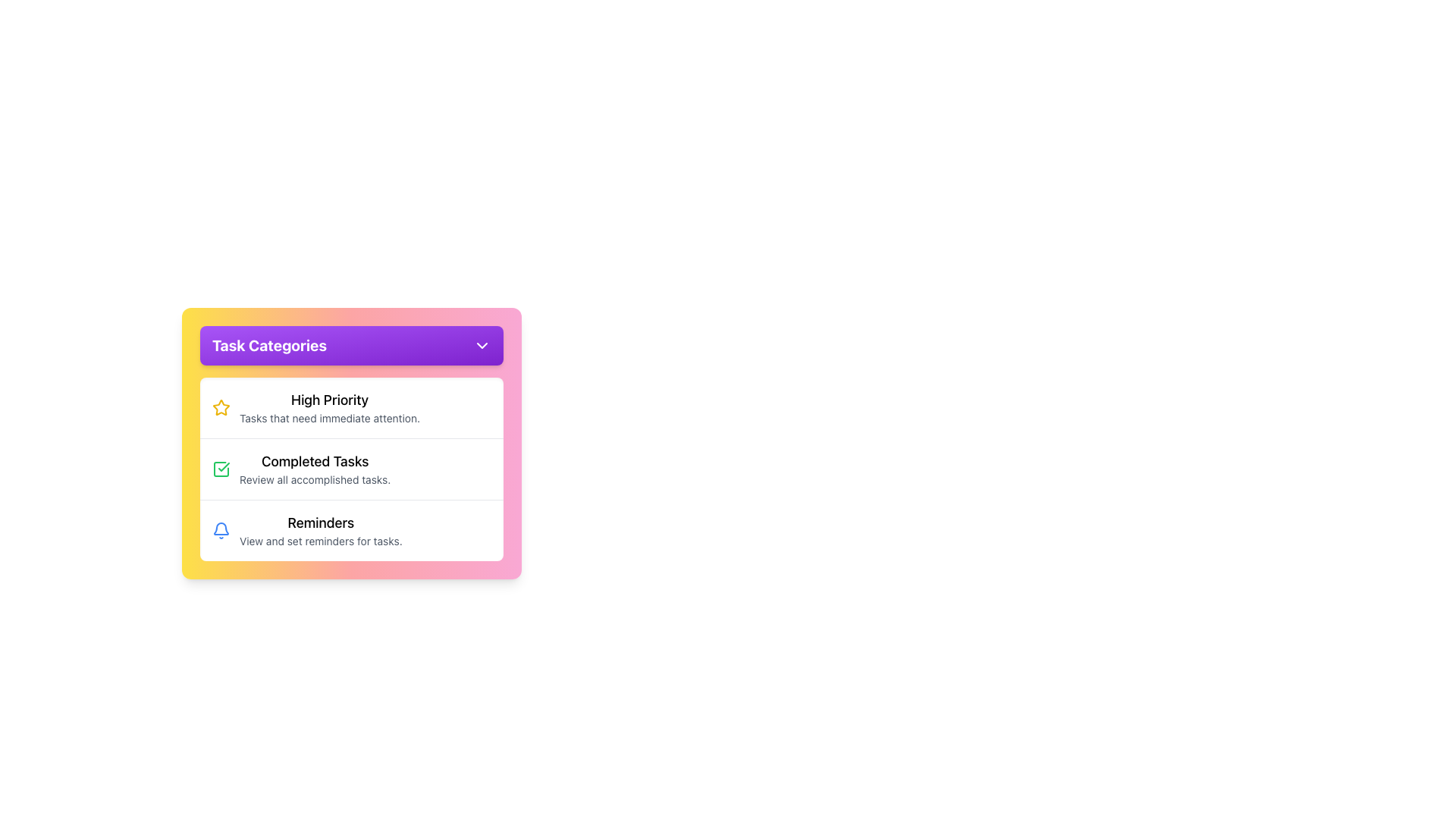 The height and width of the screenshot is (819, 1456). I want to click on the reminder-related list item with a blue bell icon and the heading 'Reminders' located in the bottommost section of the 'Task Categories' card, so click(351, 529).